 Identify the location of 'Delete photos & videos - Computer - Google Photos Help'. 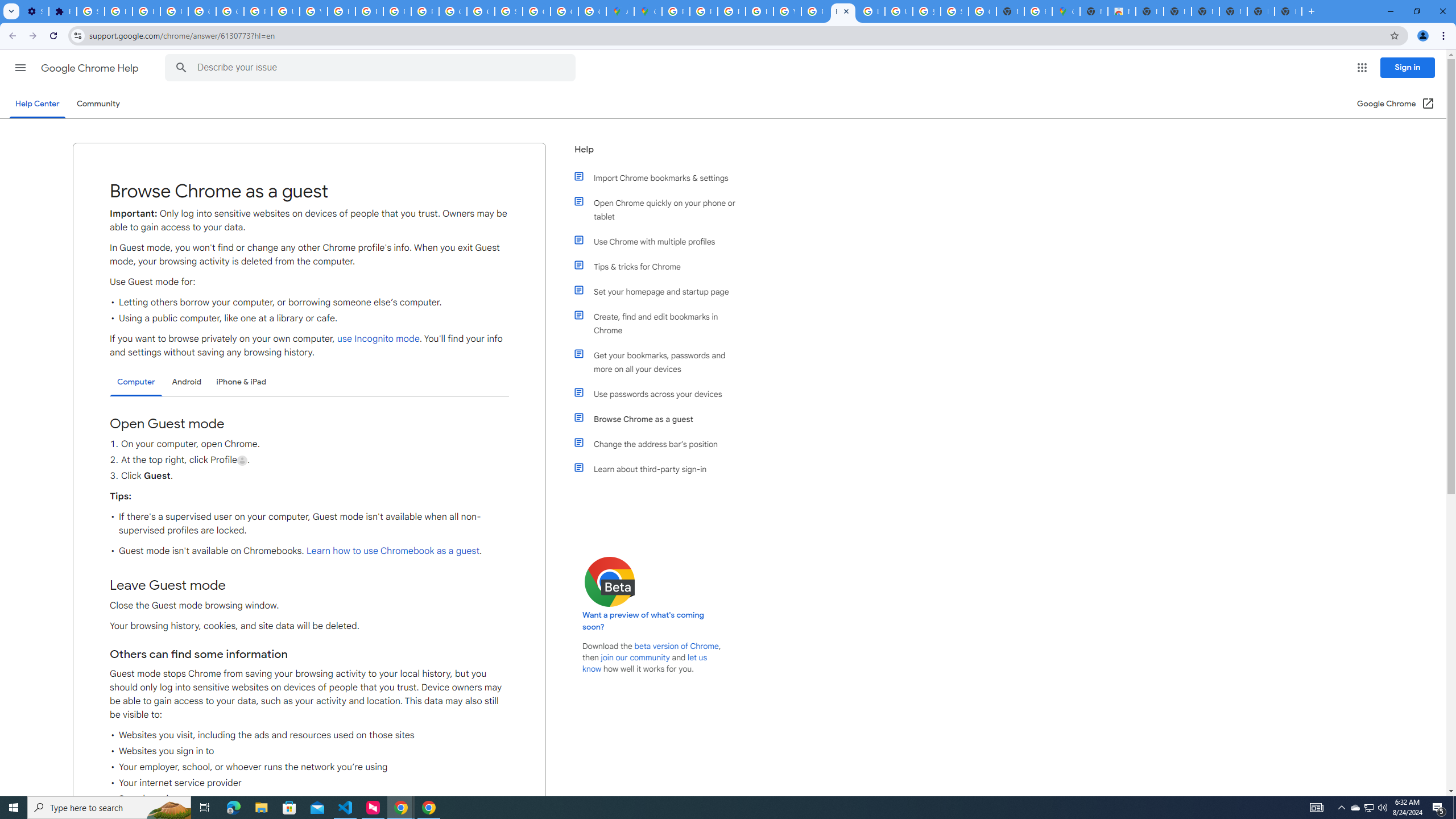
(118, 11).